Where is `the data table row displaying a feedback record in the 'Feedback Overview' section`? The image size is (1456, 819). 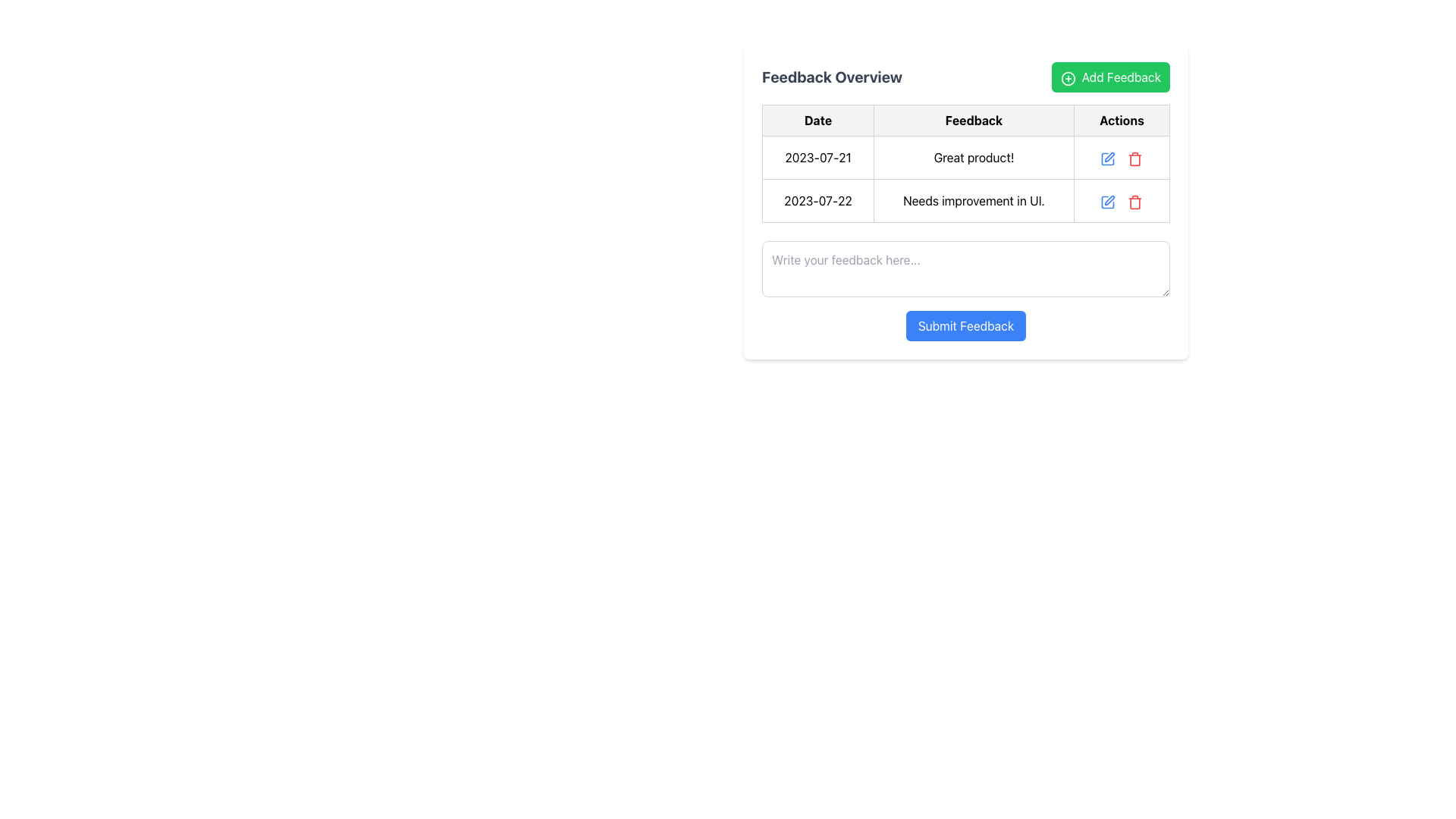 the data table row displaying a feedback record in the 'Feedback Overview' section is located at coordinates (965, 164).